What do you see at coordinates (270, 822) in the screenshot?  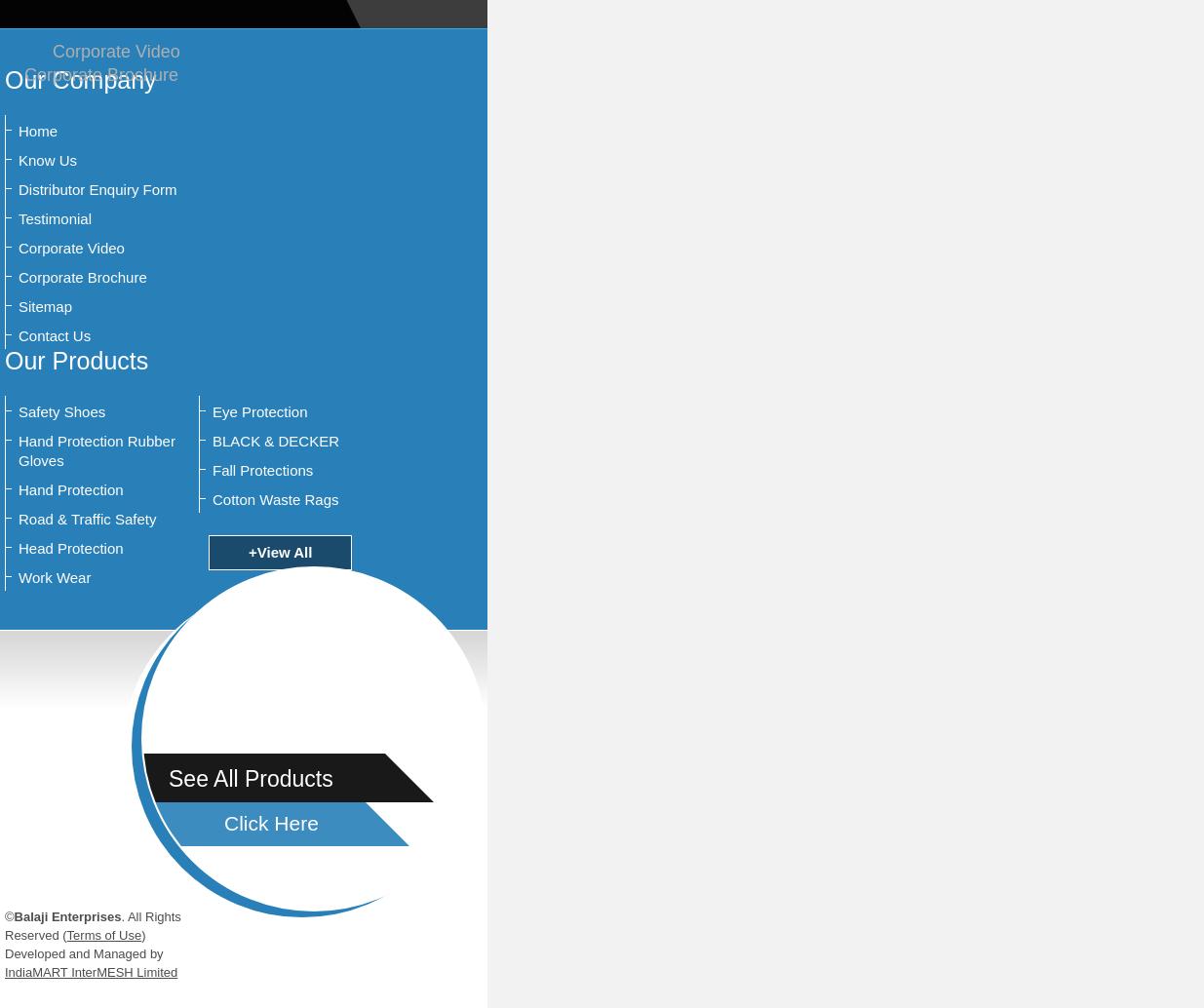 I see `'Click Here'` at bounding box center [270, 822].